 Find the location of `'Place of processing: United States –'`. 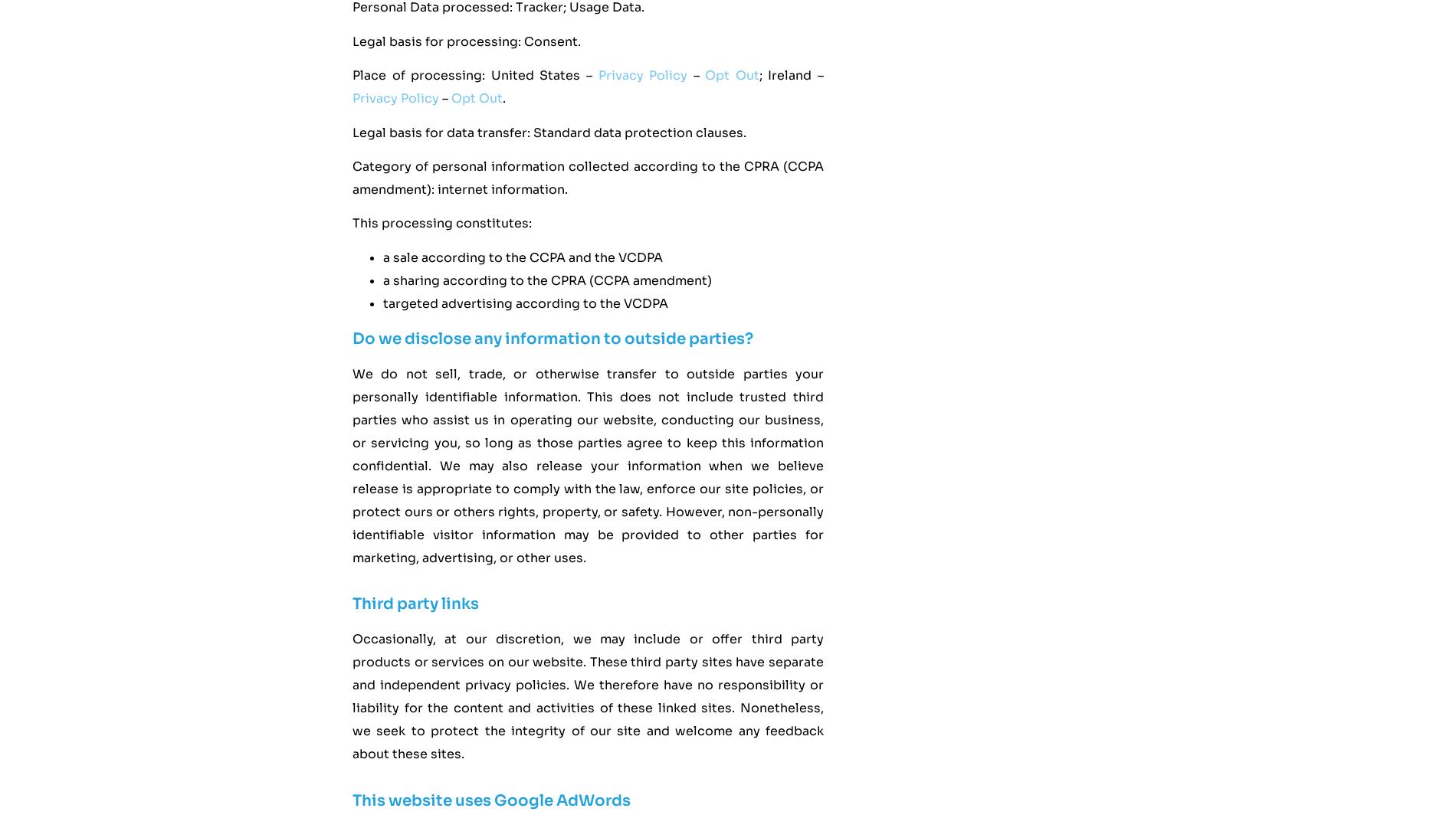

'Place of processing: United States –' is located at coordinates (351, 74).